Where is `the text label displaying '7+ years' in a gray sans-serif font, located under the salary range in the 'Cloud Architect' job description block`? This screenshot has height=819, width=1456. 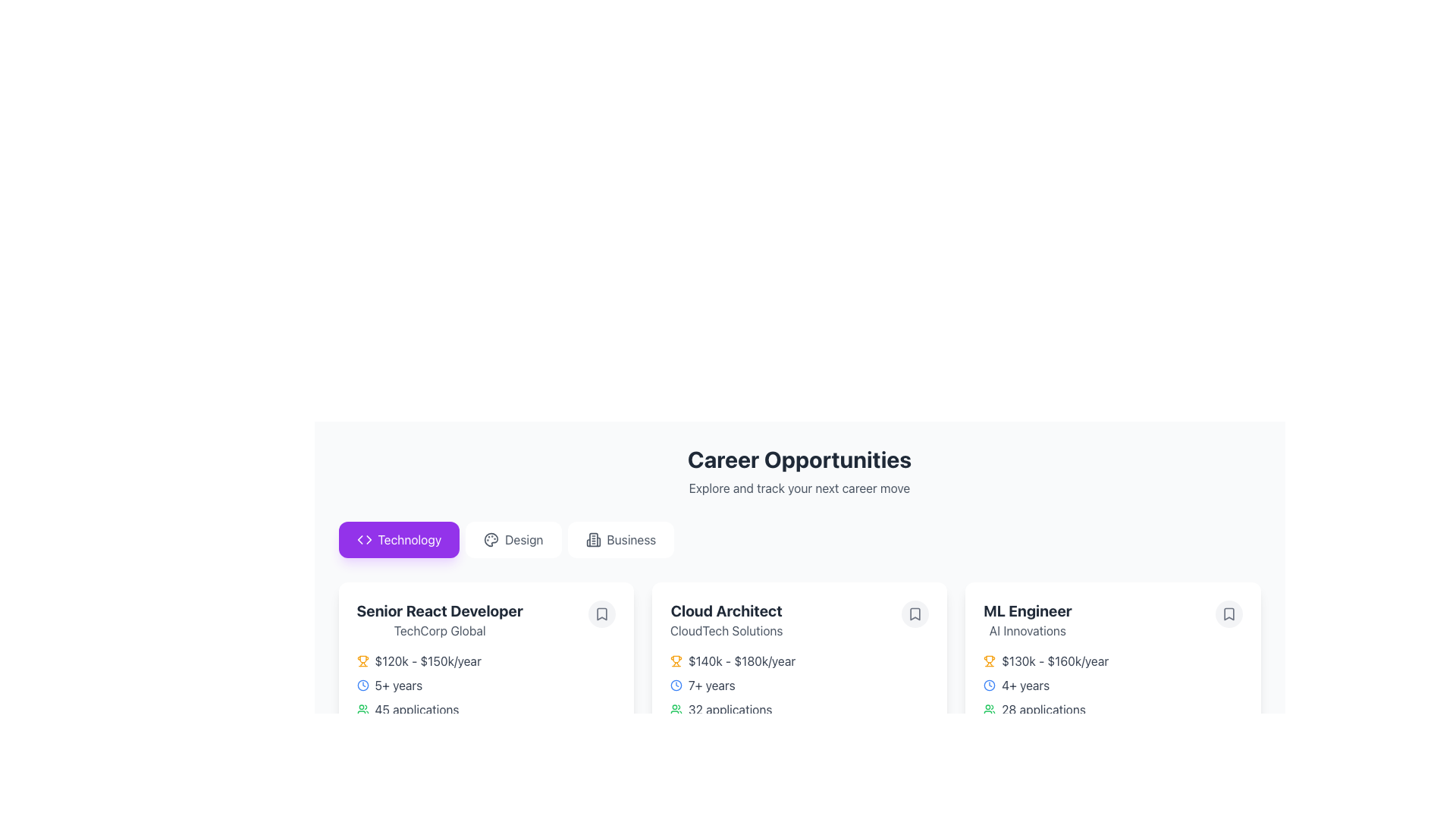
the text label displaying '7+ years' in a gray sans-serif font, located under the salary range in the 'Cloud Architect' job description block is located at coordinates (711, 685).